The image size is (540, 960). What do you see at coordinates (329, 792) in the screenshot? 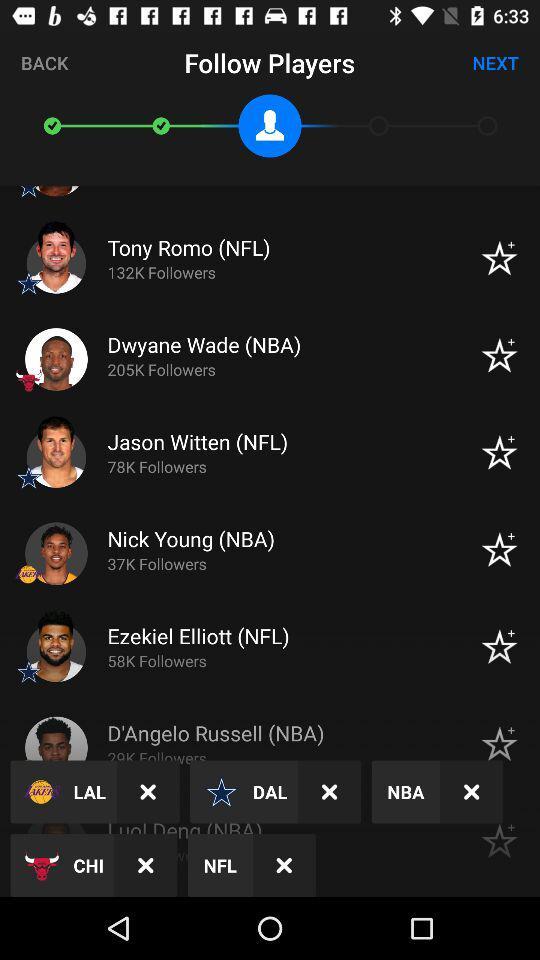
I see `the close icon` at bounding box center [329, 792].